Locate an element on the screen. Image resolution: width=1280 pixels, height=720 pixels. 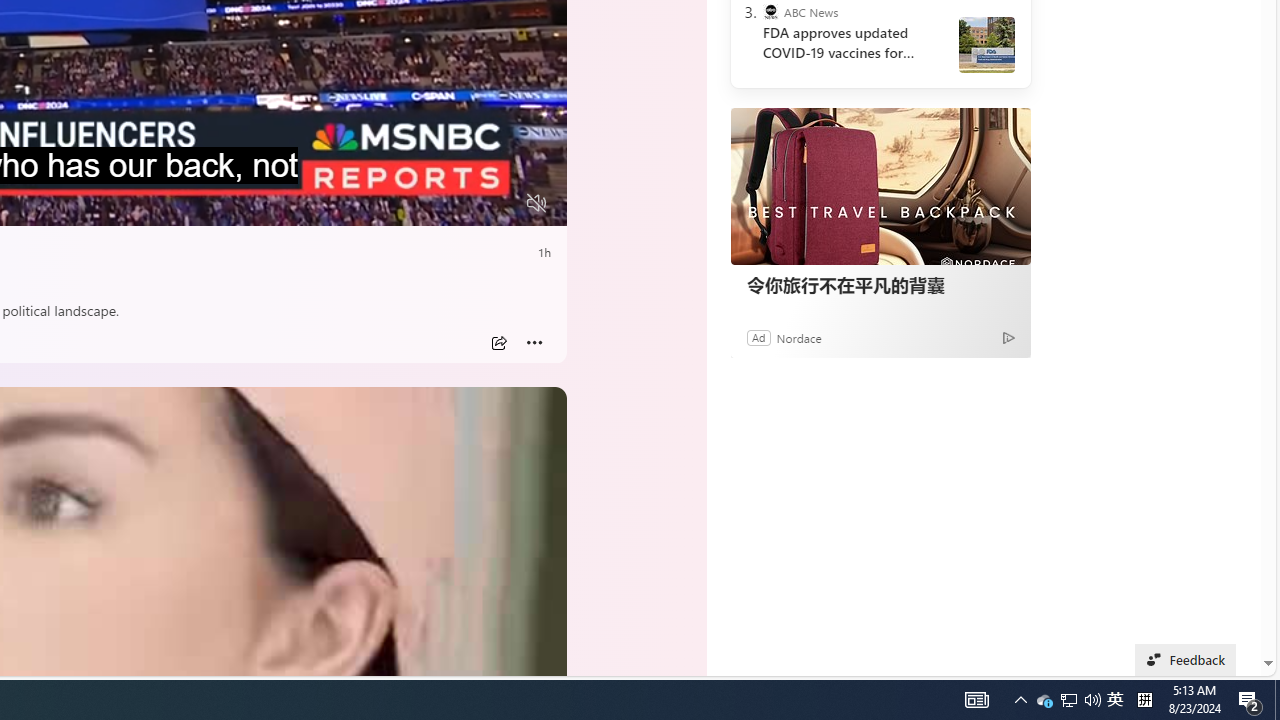
'Class: at-item inline-watch' is located at coordinates (534, 342).